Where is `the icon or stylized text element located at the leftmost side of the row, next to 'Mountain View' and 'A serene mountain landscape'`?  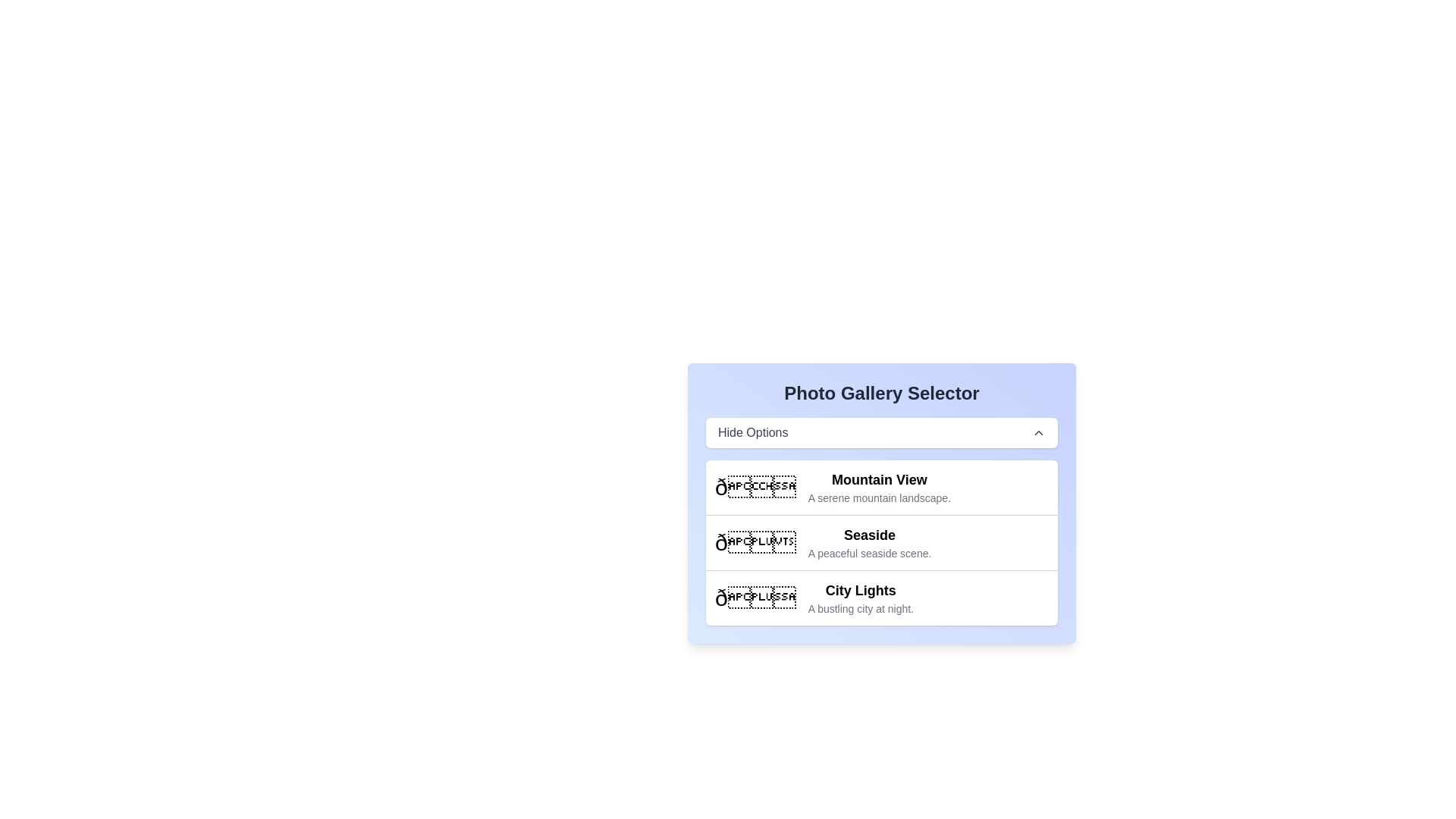 the icon or stylized text element located at the leftmost side of the row, next to 'Mountain View' and 'A serene mountain landscape' is located at coordinates (755, 488).